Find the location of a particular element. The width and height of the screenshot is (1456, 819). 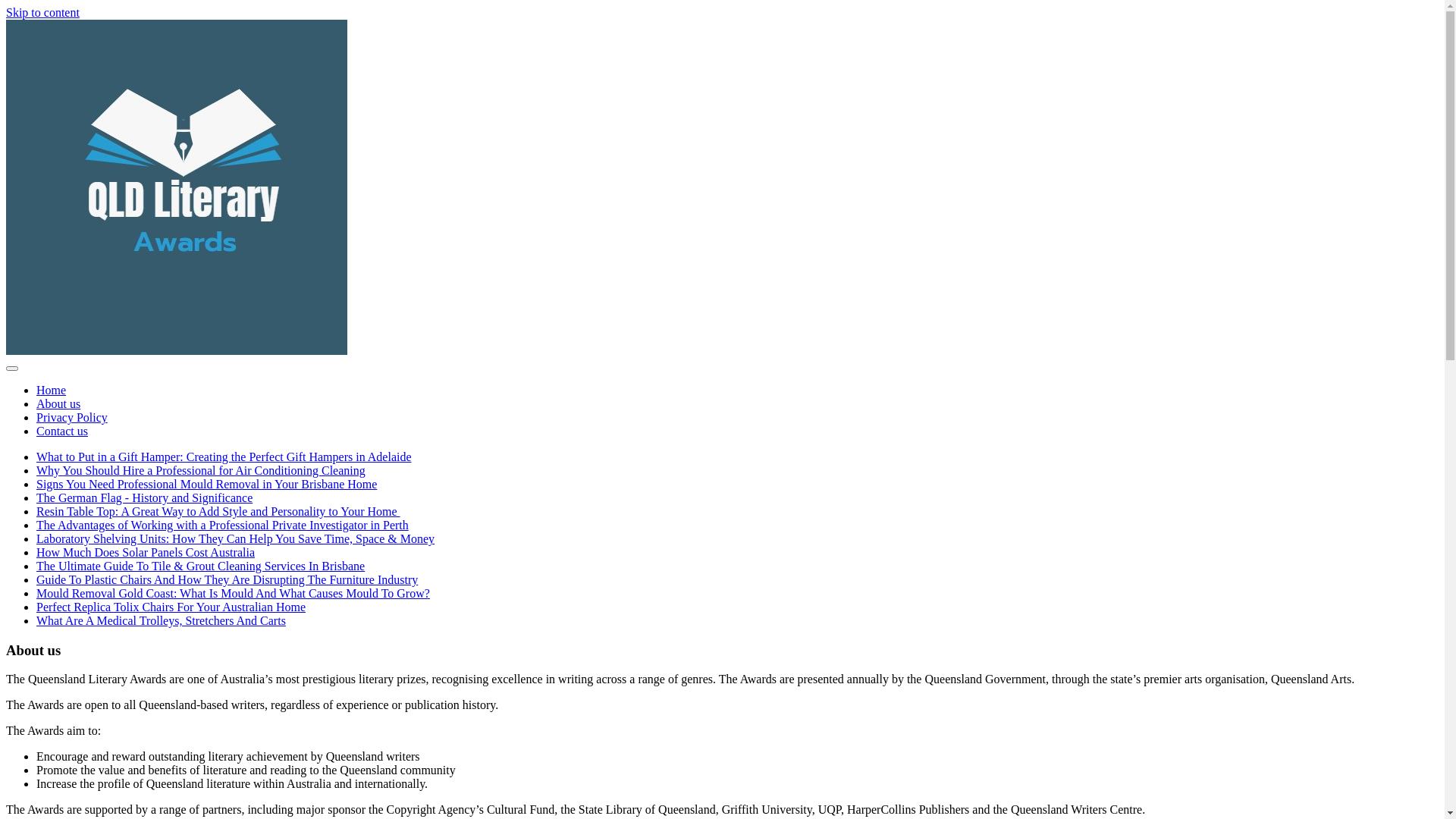

'Perfect Replica Tolix Chairs For Your Australian Home' is located at coordinates (171, 606).